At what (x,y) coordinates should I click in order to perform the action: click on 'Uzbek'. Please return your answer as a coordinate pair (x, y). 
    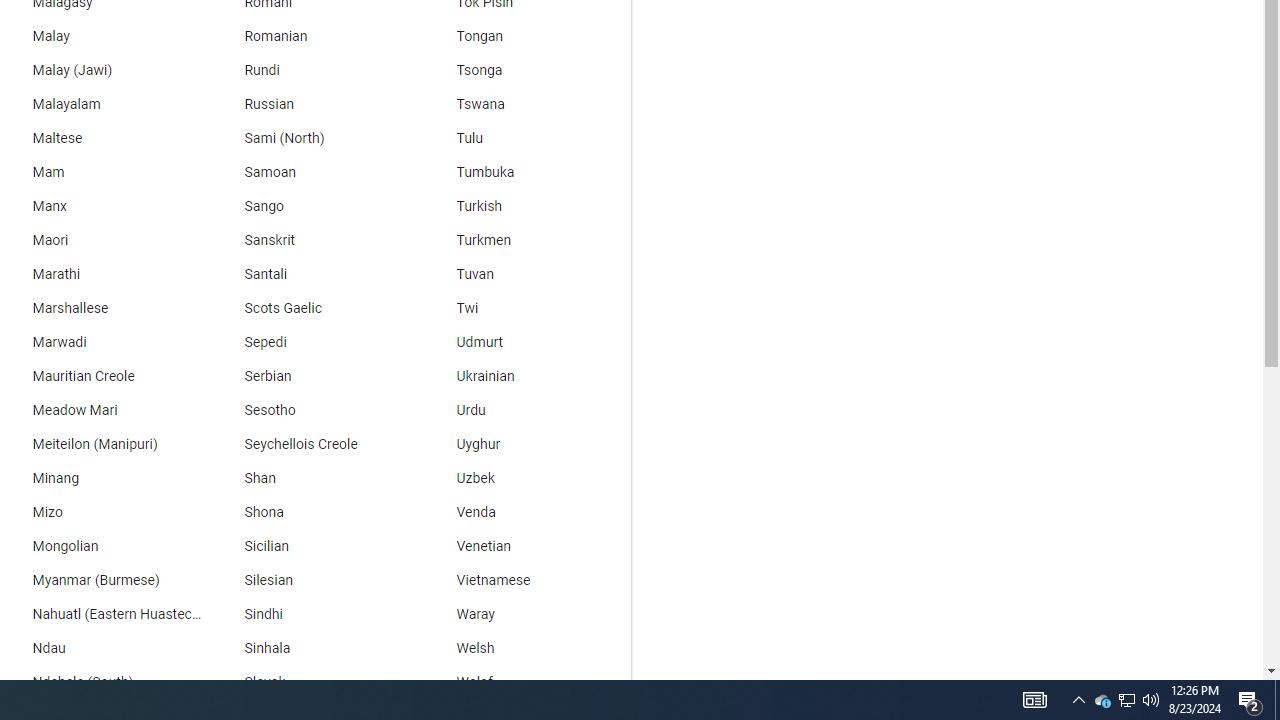
    Looking at the image, I should click on (525, 479).